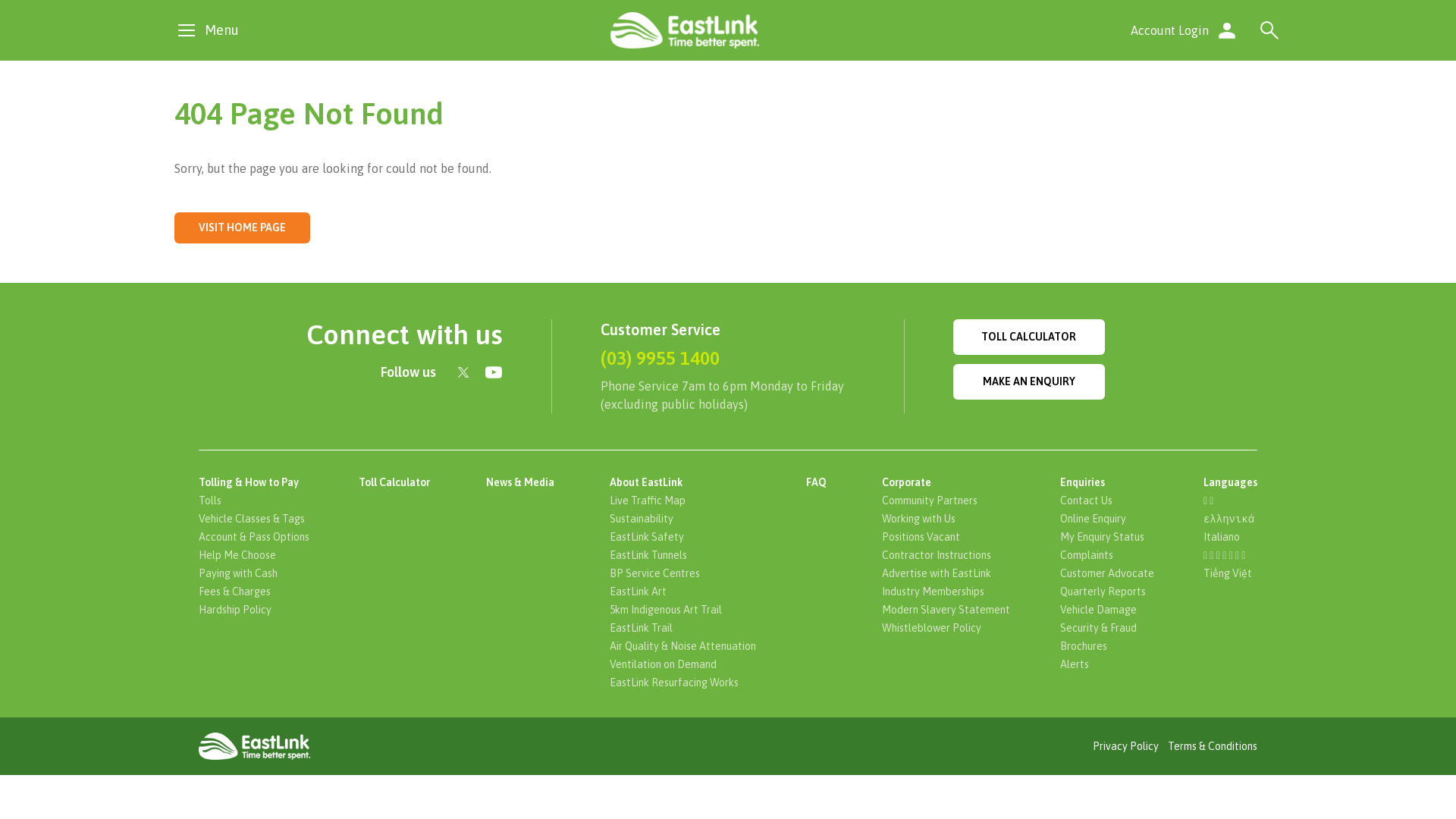 The height and width of the screenshot is (819, 1456). I want to click on 'Tolling & How to Pay', so click(258, 482).